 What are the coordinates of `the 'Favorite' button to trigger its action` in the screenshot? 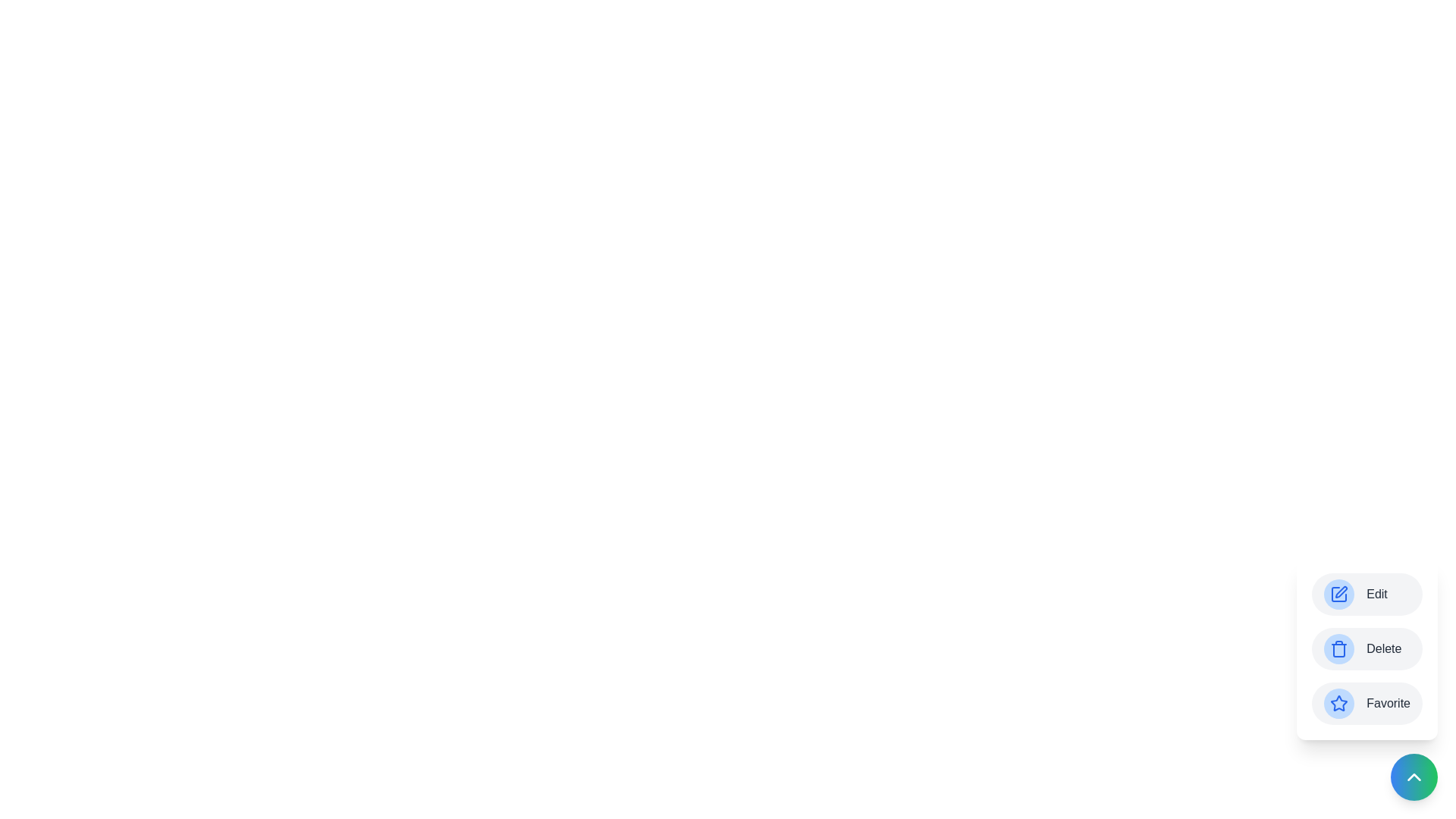 It's located at (1367, 704).